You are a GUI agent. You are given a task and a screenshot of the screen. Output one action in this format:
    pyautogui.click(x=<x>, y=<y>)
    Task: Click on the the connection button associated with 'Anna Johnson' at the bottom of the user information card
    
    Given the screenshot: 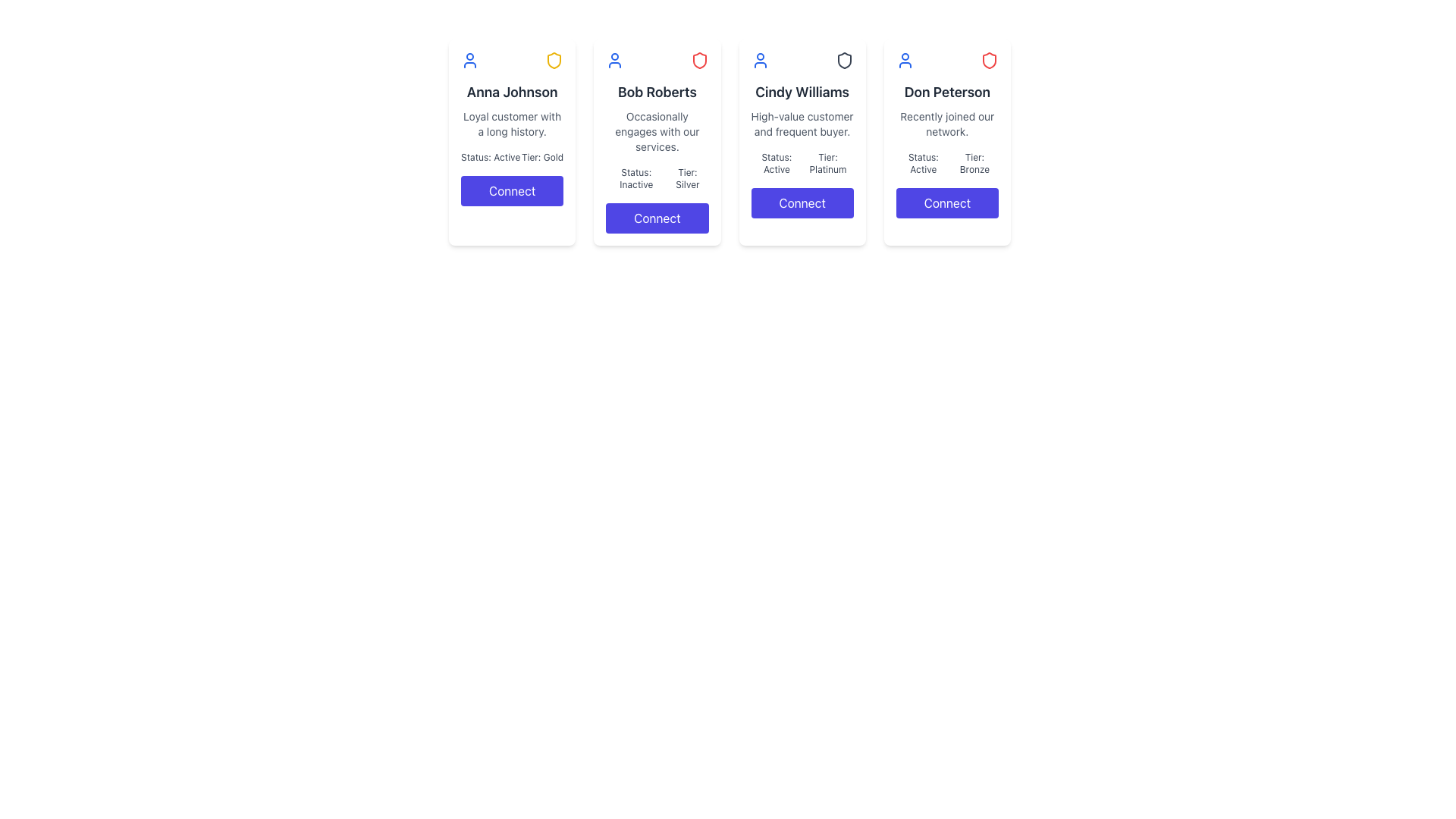 What is the action you would take?
    pyautogui.click(x=512, y=190)
    